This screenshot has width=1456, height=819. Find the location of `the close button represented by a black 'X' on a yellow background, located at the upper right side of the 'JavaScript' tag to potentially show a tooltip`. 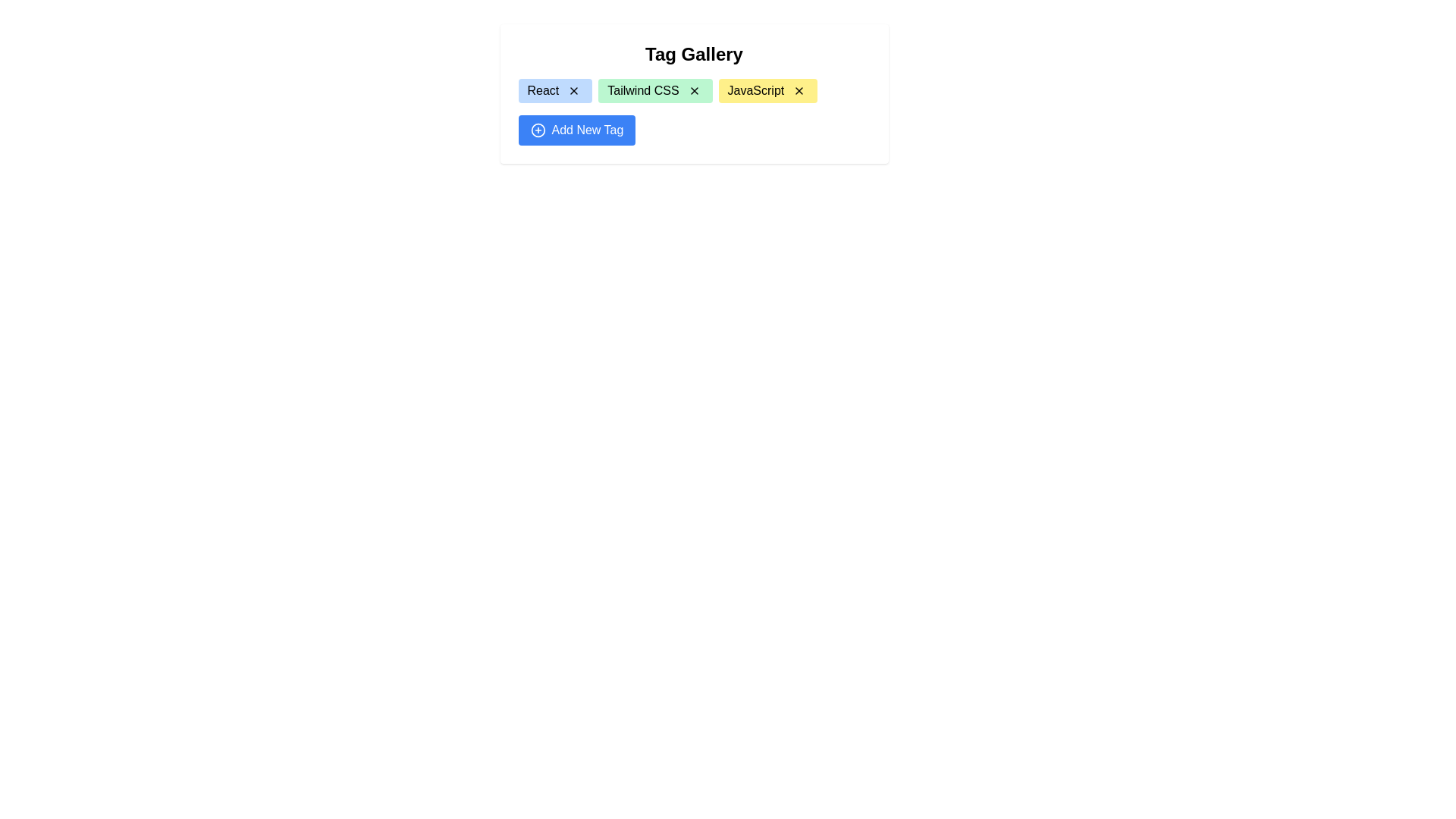

the close button represented by a black 'X' on a yellow background, located at the upper right side of the 'JavaScript' tag to potentially show a tooltip is located at coordinates (799, 90).